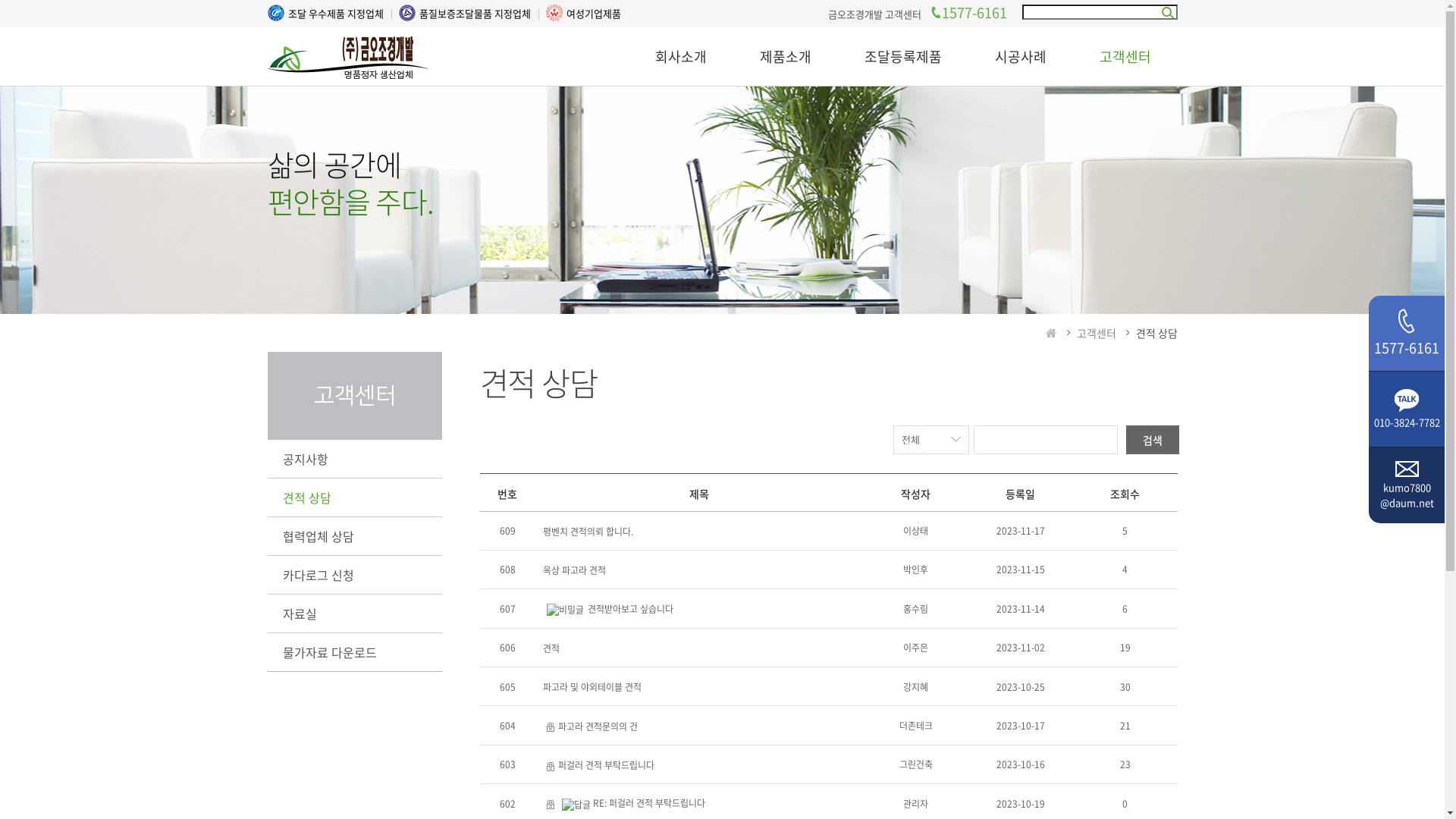 This screenshot has height=819, width=1456. What do you see at coordinates (1050, 332) in the screenshot?
I see `'HOME'` at bounding box center [1050, 332].